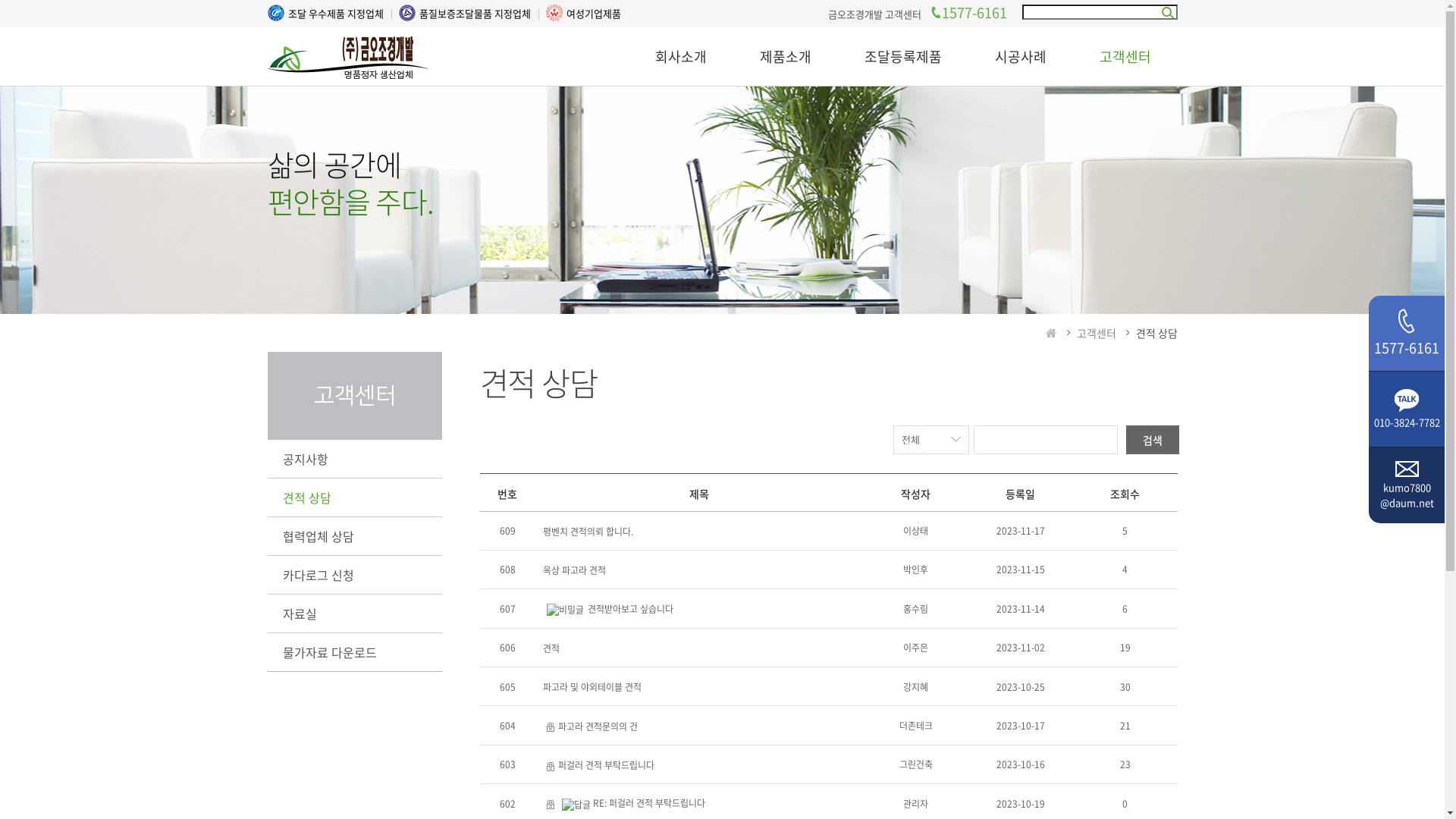 This screenshot has height=819, width=1456. What do you see at coordinates (1050, 332) in the screenshot?
I see `'HOME'` at bounding box center [1050, 332].